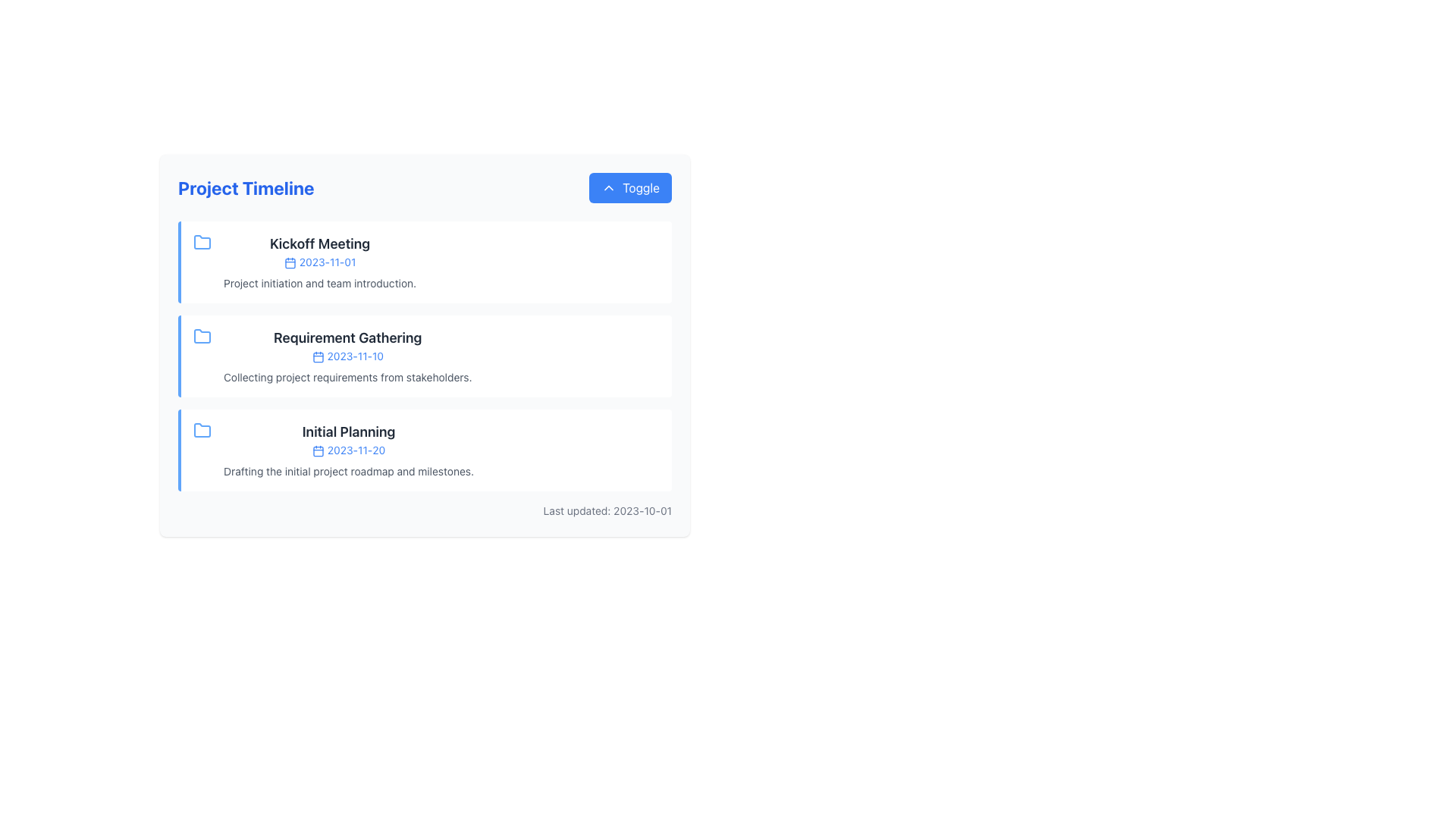  What do you see at coordinates (319, 243) in the screenshot?
I see `the text label serving as the title for the 'Kickoff Meeting' in the 'Project Timeline' section, which is positioned above the date and description` at bounding box center [319, 243].